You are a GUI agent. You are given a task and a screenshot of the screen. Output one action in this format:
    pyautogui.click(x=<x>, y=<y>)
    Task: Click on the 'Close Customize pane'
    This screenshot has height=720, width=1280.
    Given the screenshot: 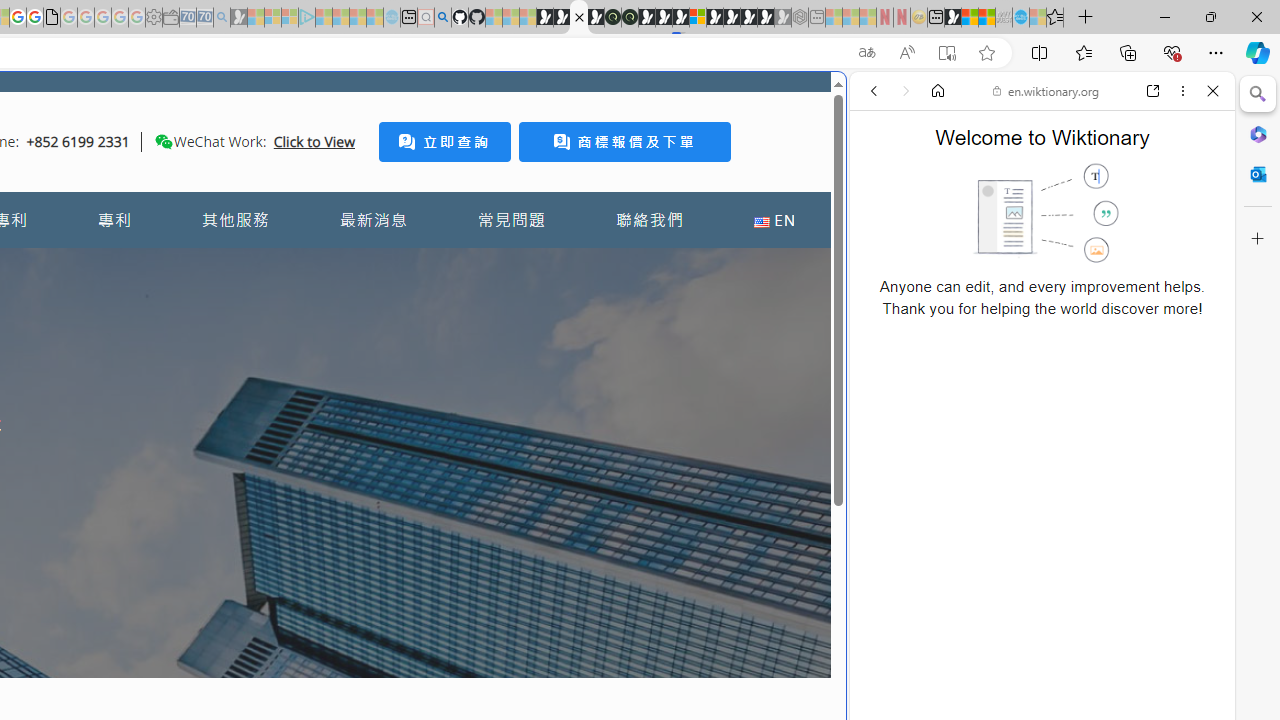 What is the action you would take?
    pyautogui.click(x=1257, y=238)
    